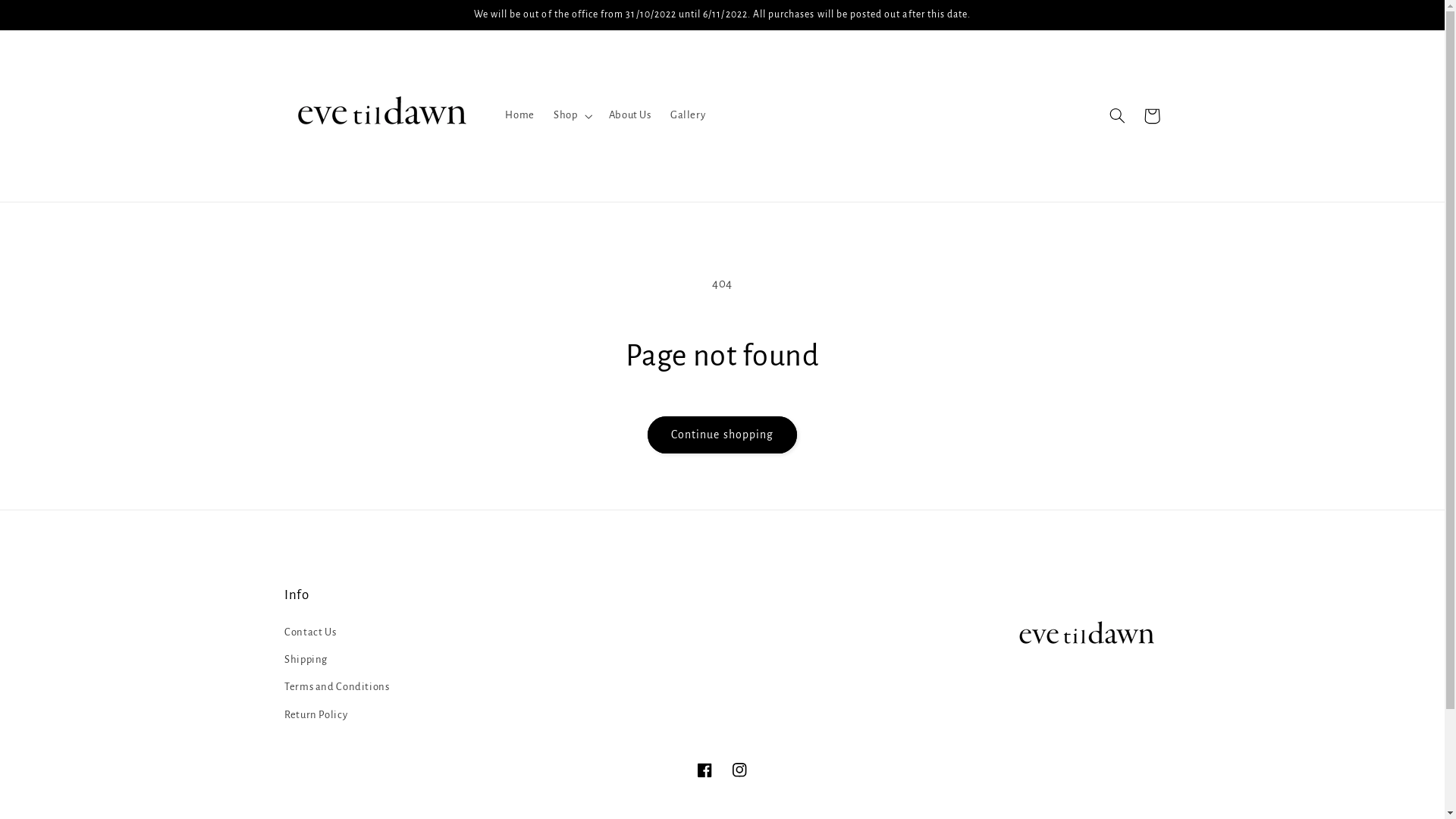 Image resolution: width=1456 pixels, height=819 pixels. I want to click on 'Gallery', so click(687, 115).